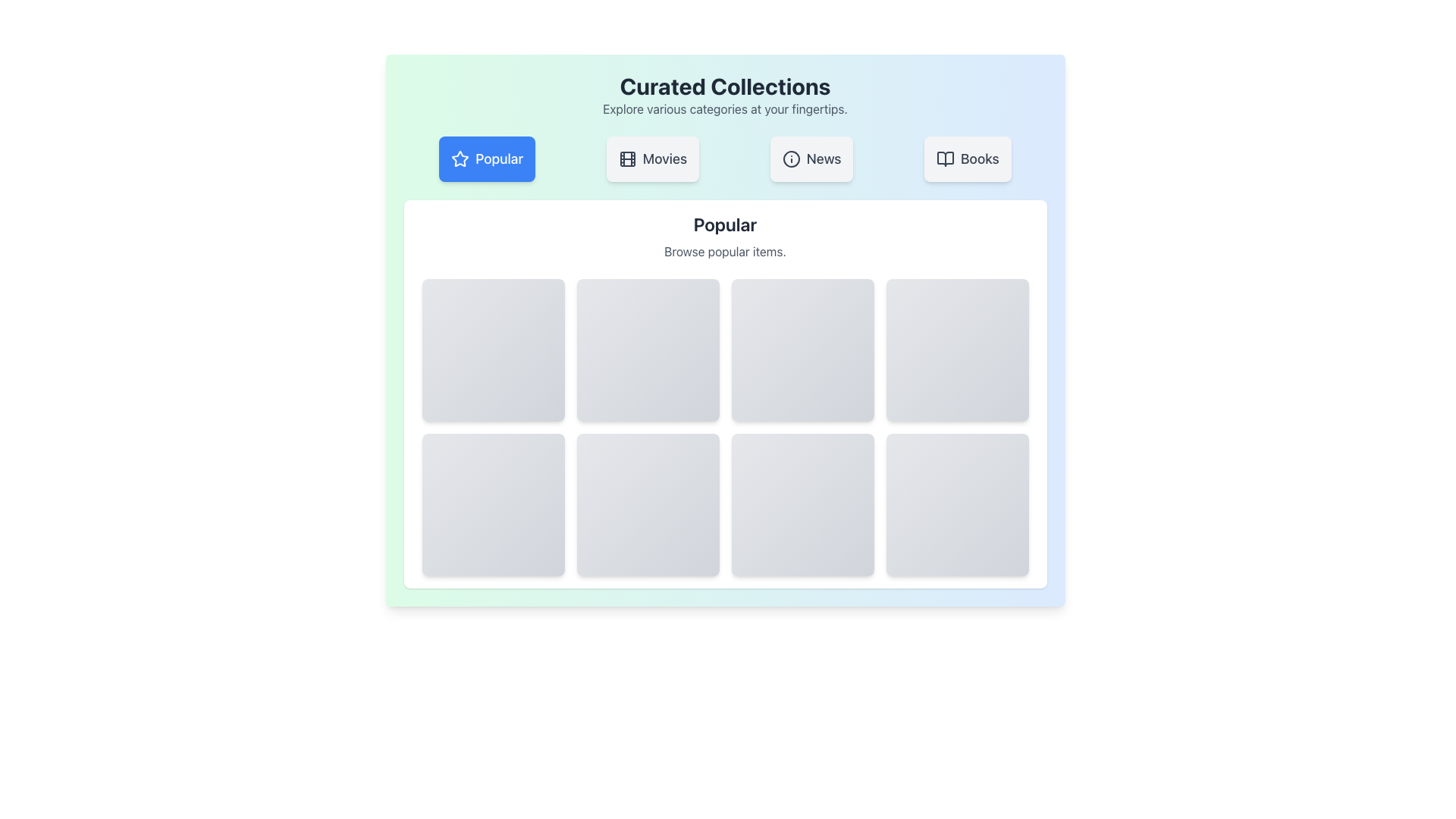  I want to click on the interactive panel, so click(802, 505).